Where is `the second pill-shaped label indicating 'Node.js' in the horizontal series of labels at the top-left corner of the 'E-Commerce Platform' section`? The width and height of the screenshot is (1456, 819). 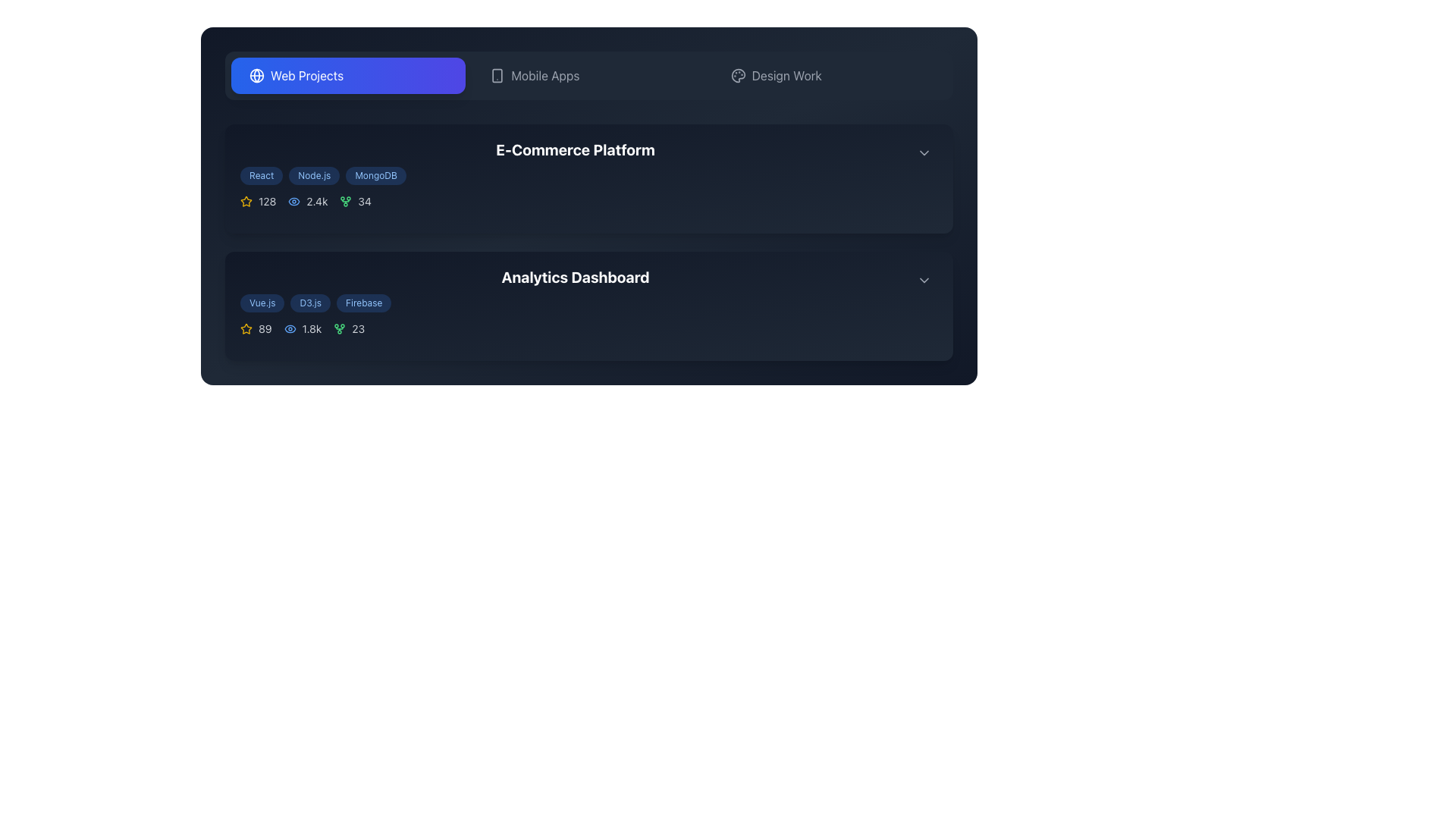
the second pill-shaped label indicating 'Node.js' in the horizontal series of labels at the top-left corner of the 'E-Commerce Platform' section is located at coordinates (313, 174).